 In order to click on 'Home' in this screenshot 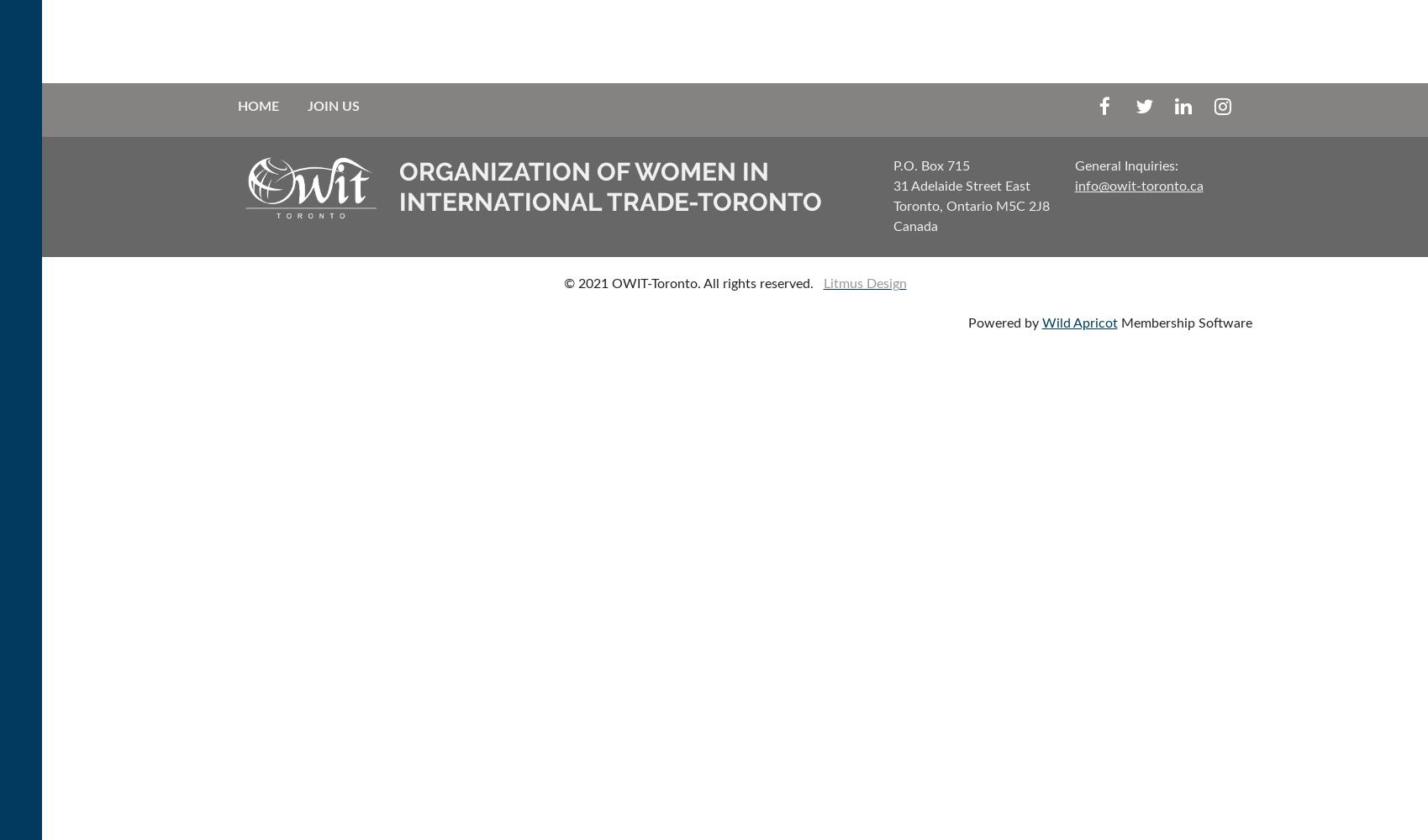, I will do `click(256, 107)`.